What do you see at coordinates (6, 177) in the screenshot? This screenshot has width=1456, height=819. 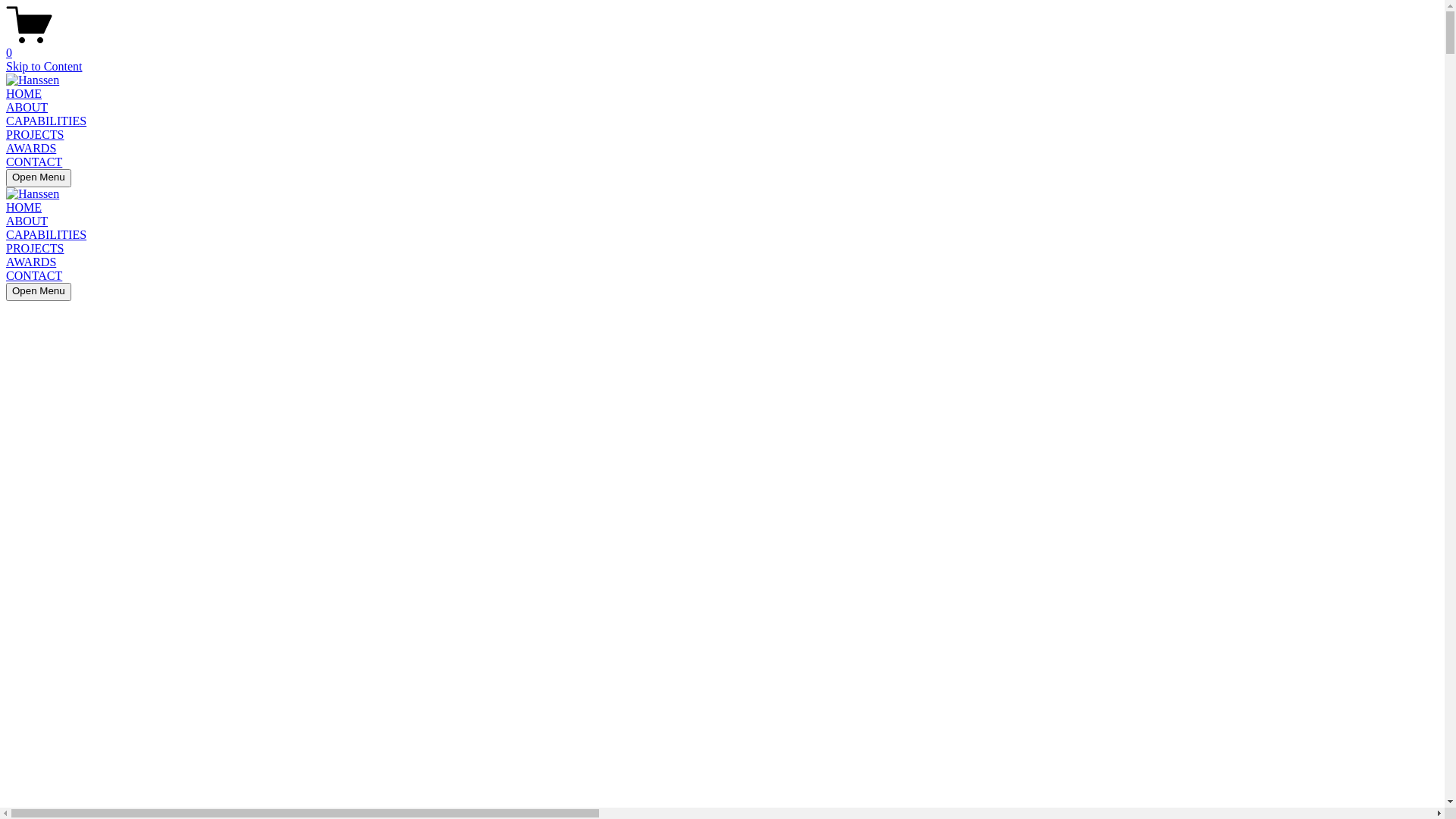 I see `'Open Menu'` at bounding box center [6, 177].